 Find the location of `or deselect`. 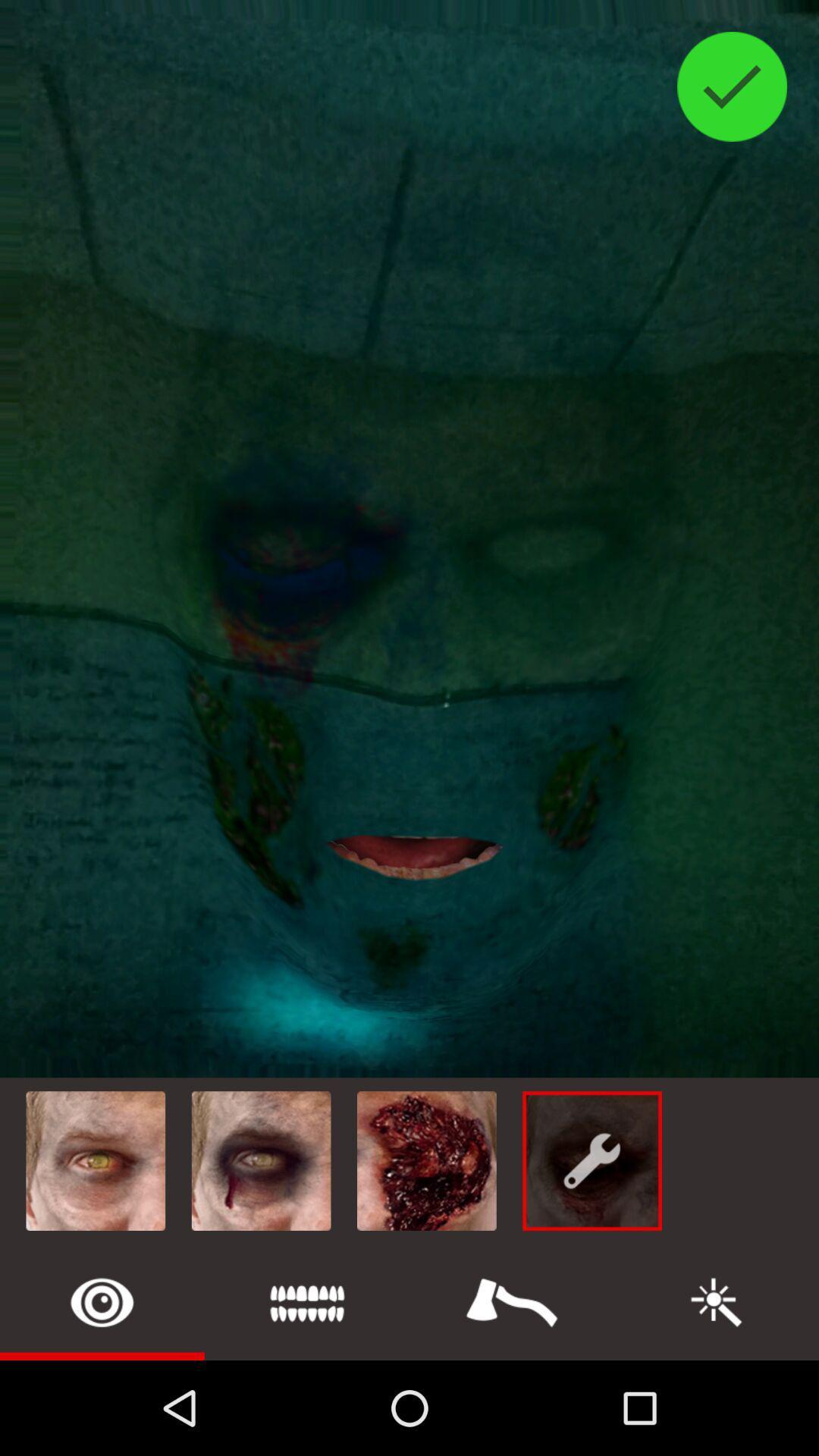

or deselect is located at coordinates (731, 86).